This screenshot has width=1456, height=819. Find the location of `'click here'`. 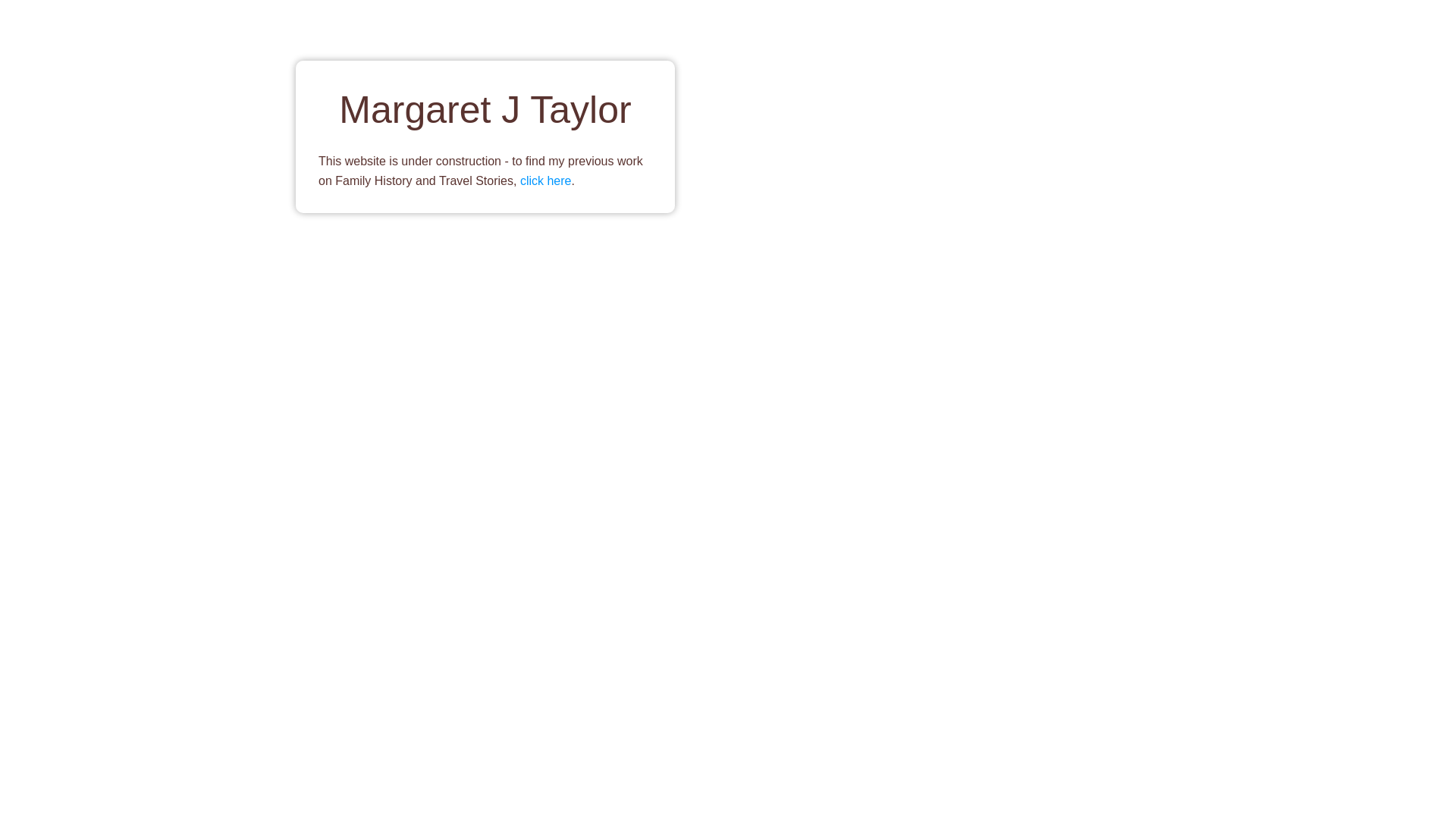

'click here' is located at coordinates (546, 180).